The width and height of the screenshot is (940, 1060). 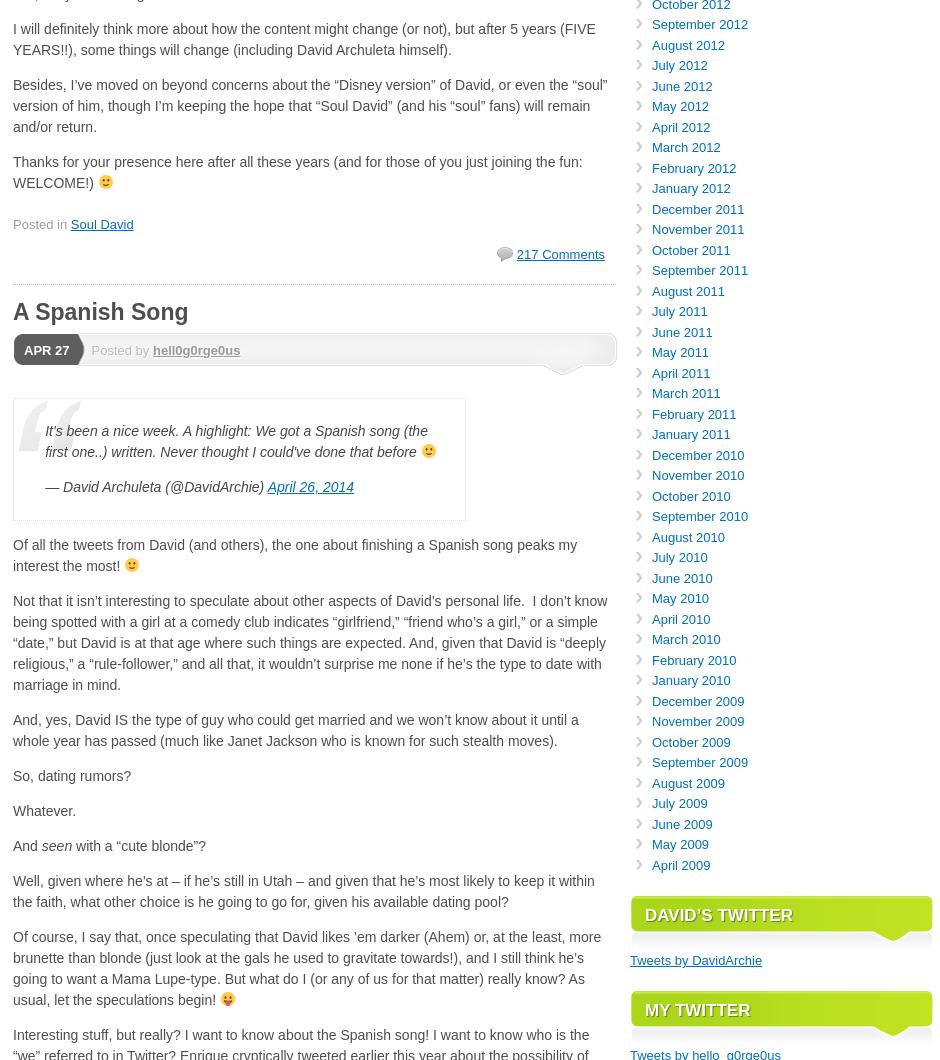 What do you see at coordinates (680, 823) in the screenshot?
I see `'June 2009'` at bounding box center [680, 823].